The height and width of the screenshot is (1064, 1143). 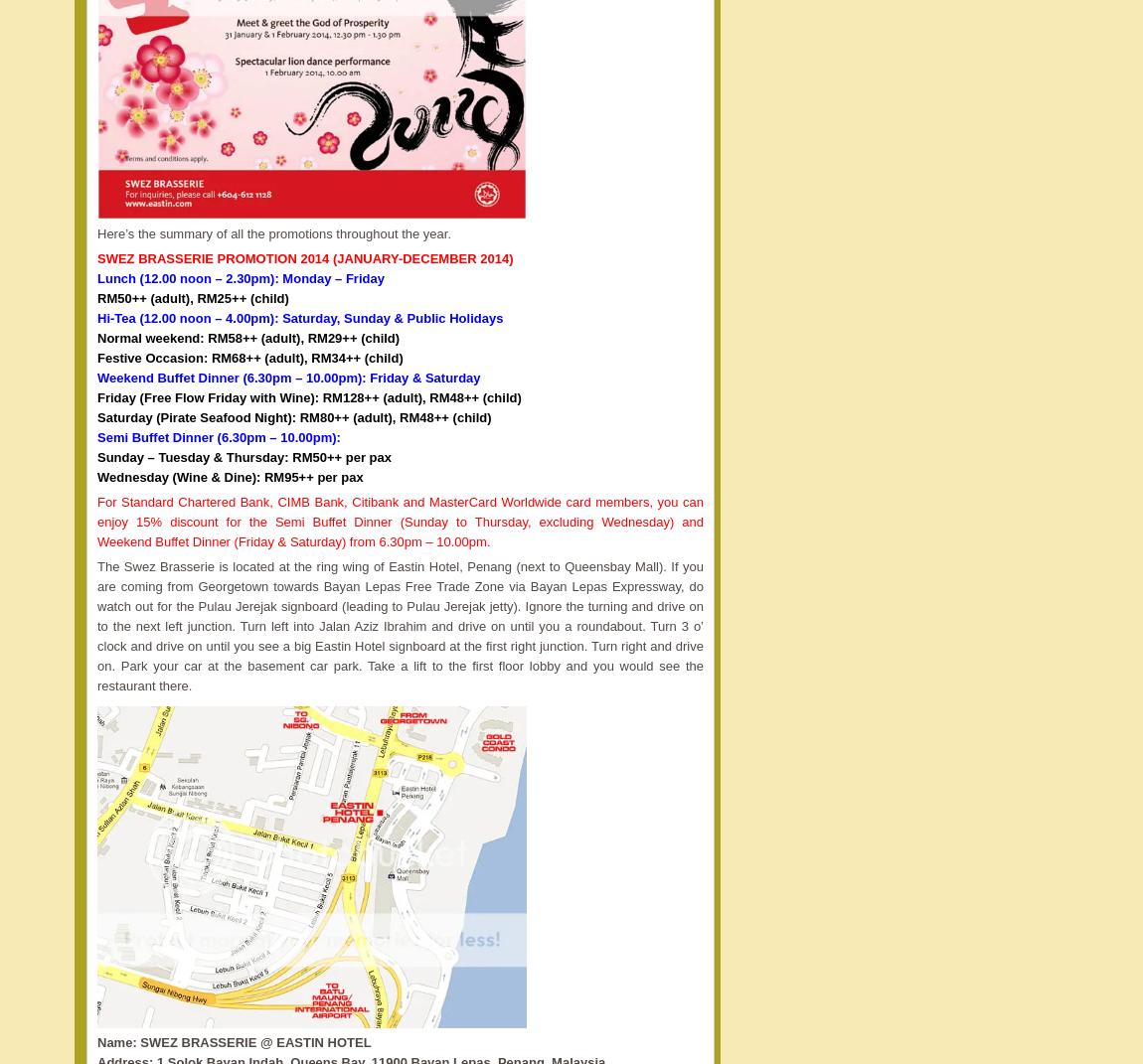 What do you see at coordinates (217, 436) in the screenshot?
I see `'Semi Buffet Dinner (6.30pm – 10.00pm):'` at bounding box center [217, 436].